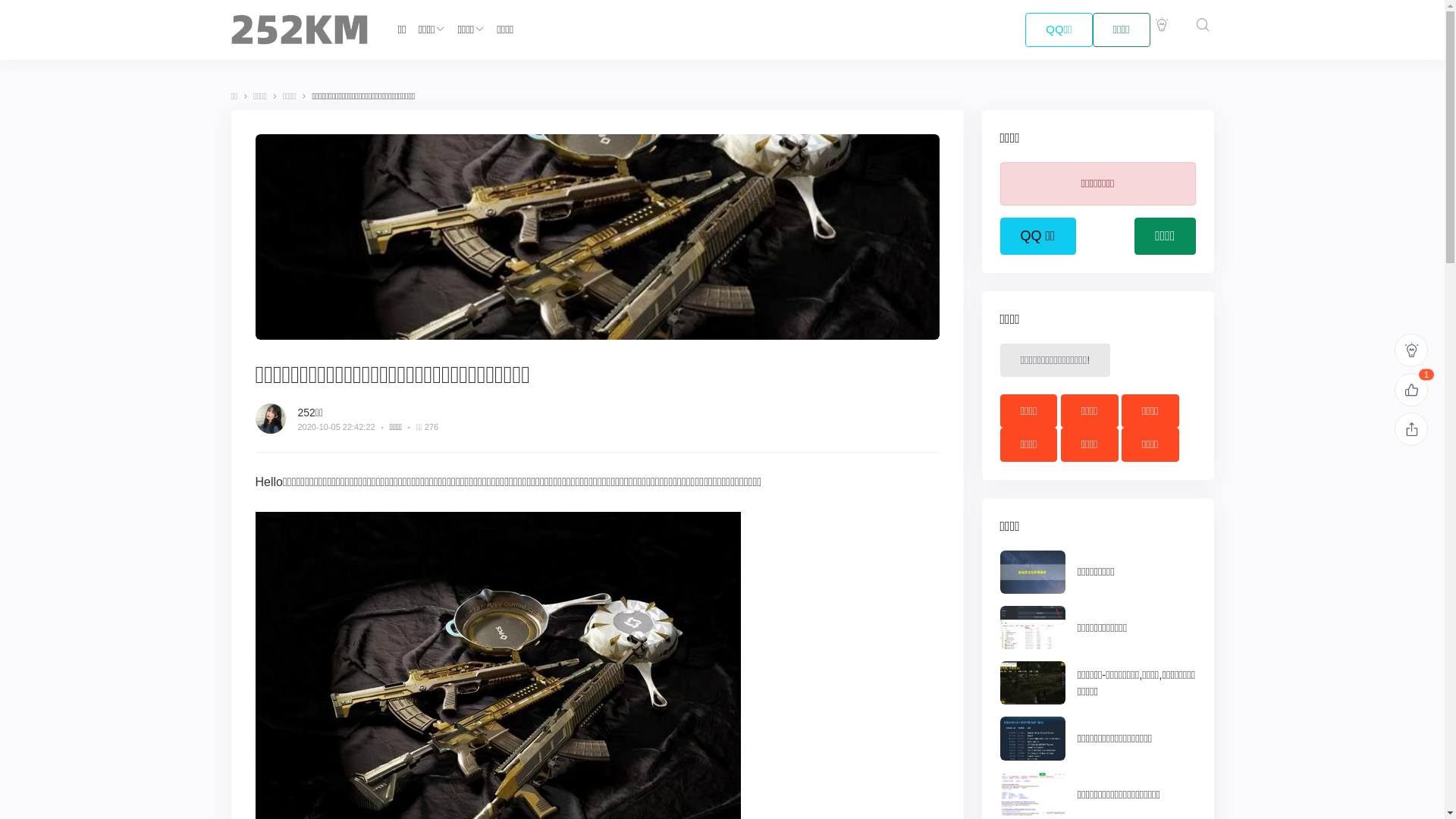 Image resolution: width=1456 pixels, height=819 pixels. Describe the element at coordinates (1410, 388) in the screenshot. I see `'1'` at that location.